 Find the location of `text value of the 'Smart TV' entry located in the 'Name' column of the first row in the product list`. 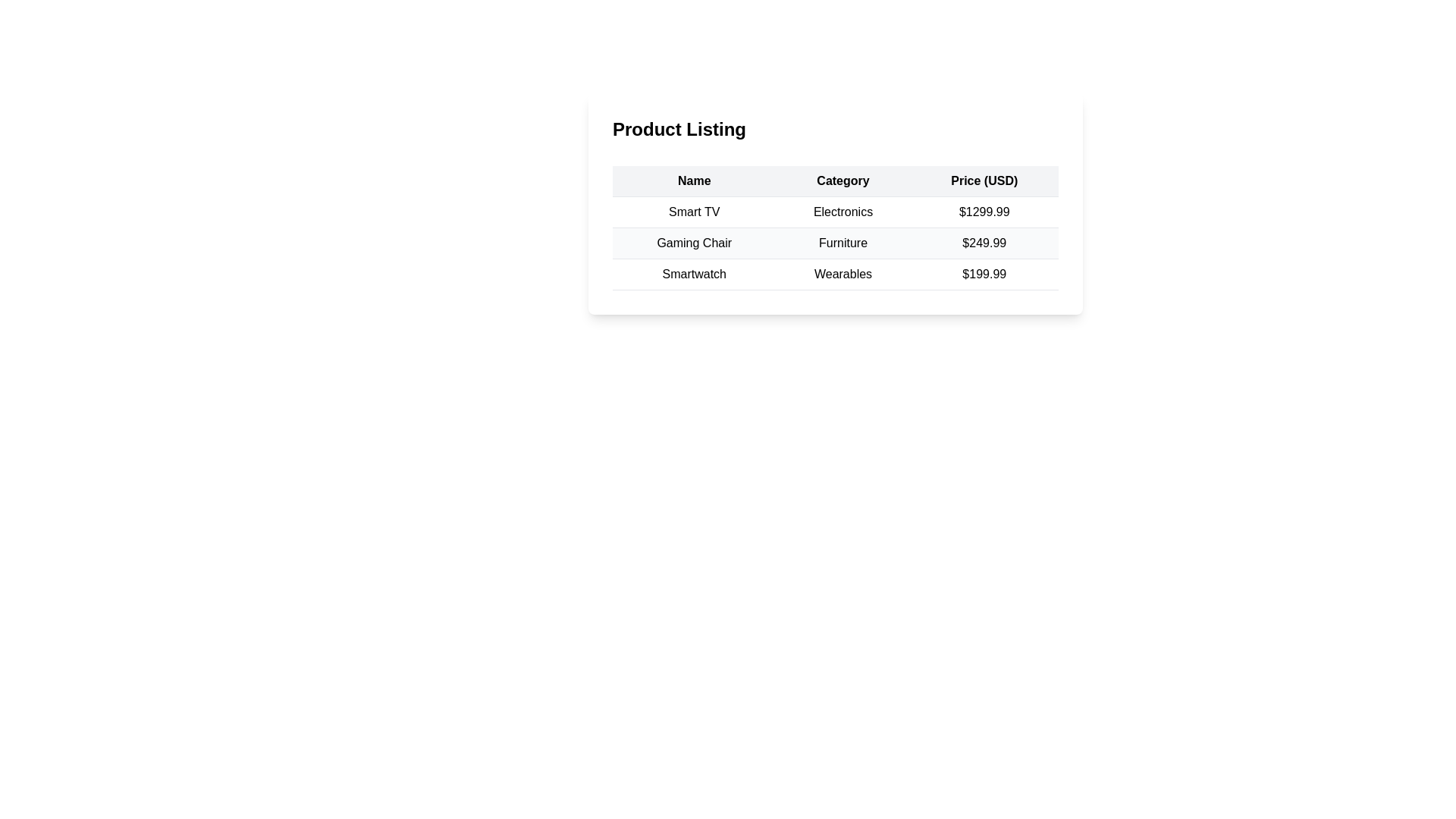

text value of the 'Smart TV' entry located in the 'Name' column of the first row in the product list is located at coordinates (693, 212).